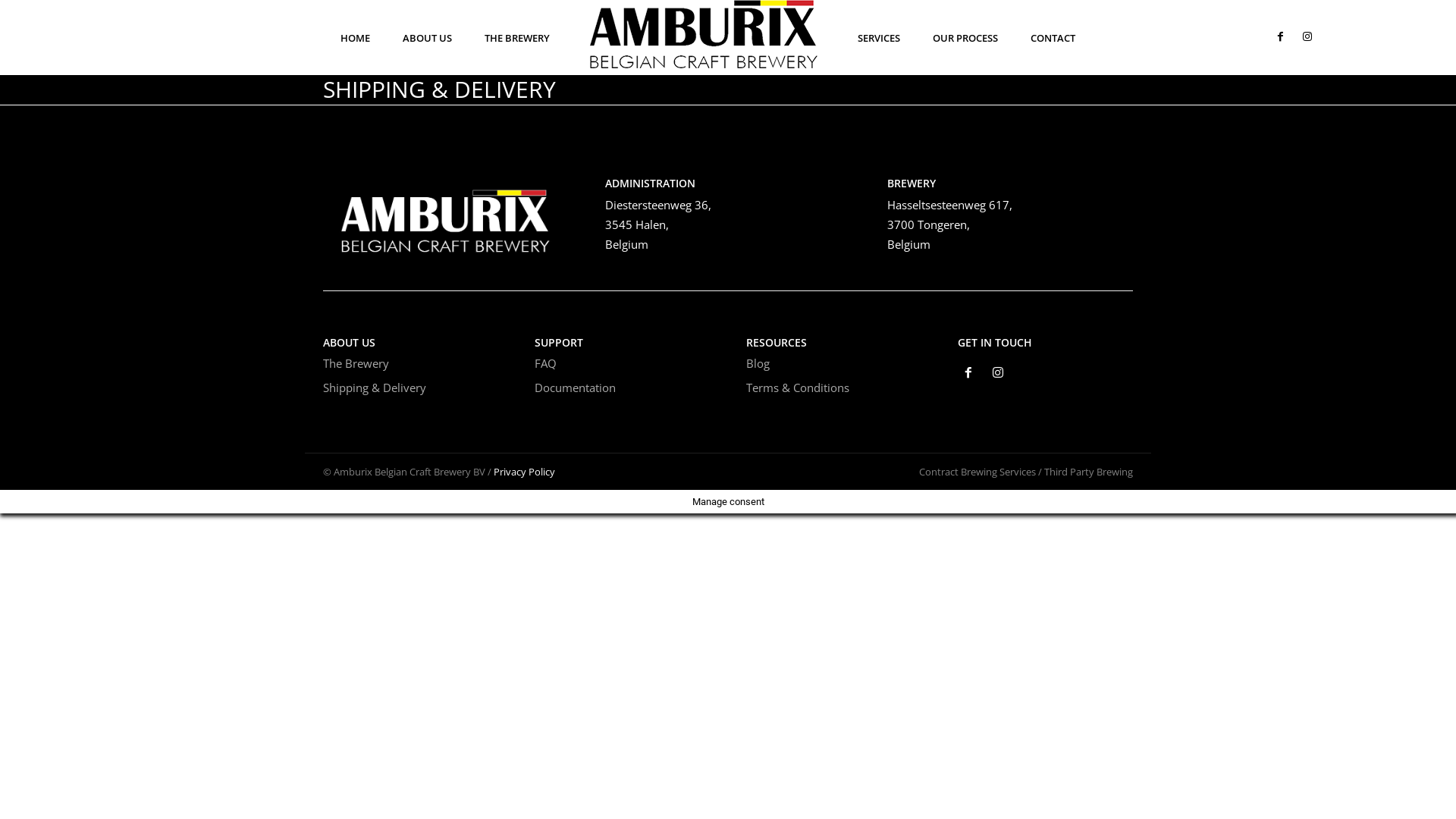  What do you see at coordinates (354, 37) in the screenshot?
I see `'HOME'` at bounding box center [354, 37].